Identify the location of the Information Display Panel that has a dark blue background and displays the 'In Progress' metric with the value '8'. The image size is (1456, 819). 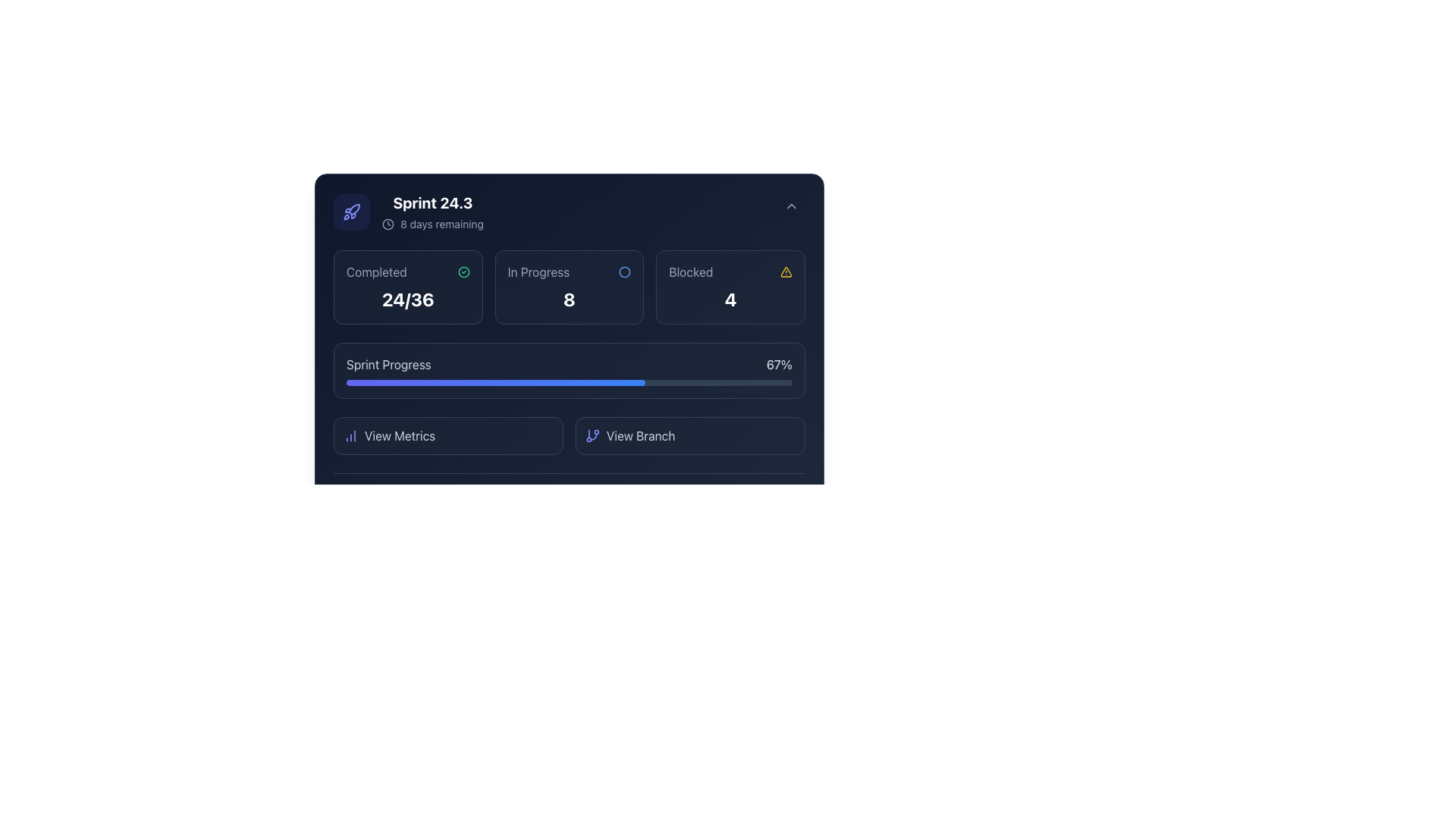
(622, 318).